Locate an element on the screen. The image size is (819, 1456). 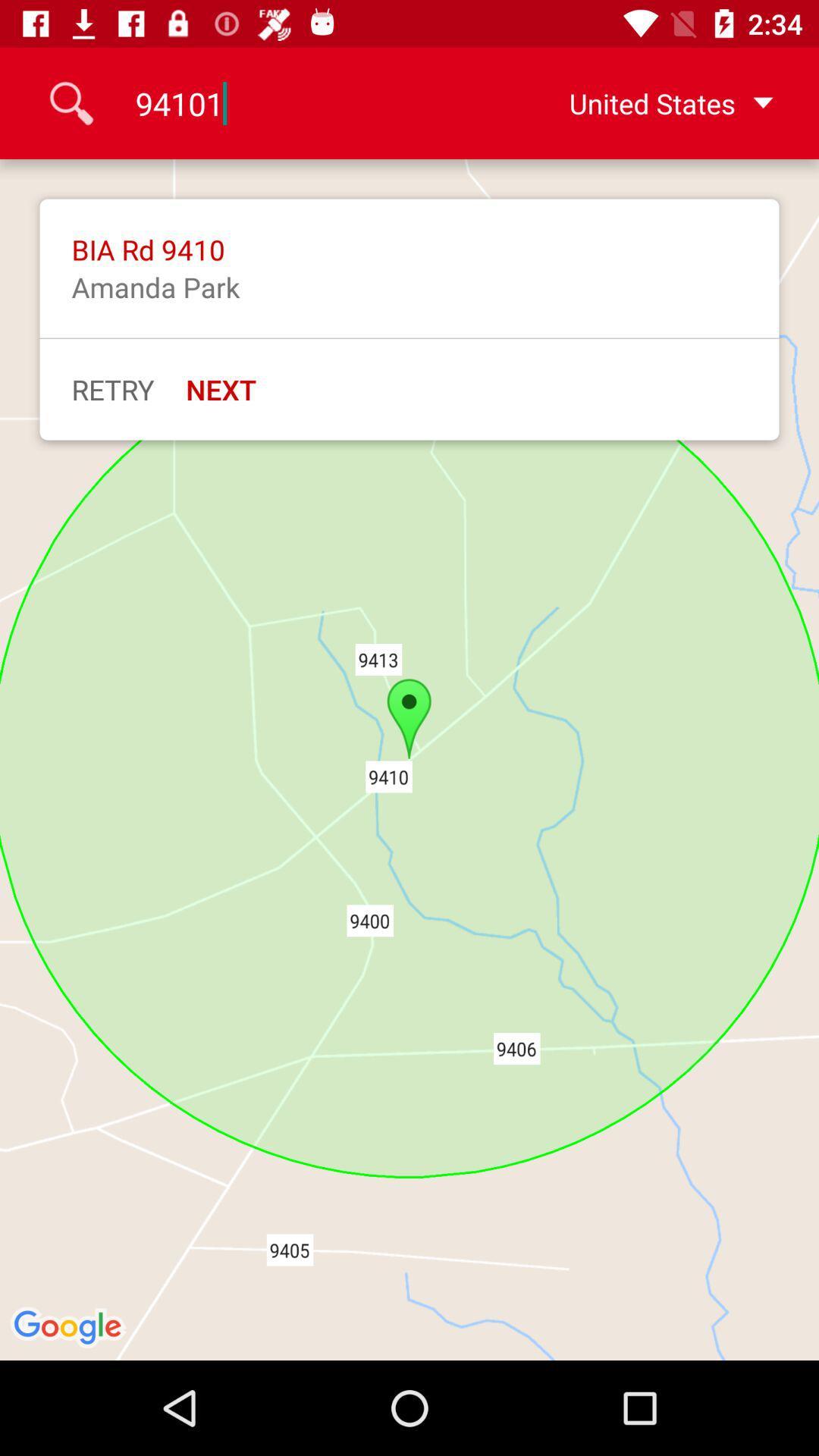
the retry icon is located at coordinates (111, 389).